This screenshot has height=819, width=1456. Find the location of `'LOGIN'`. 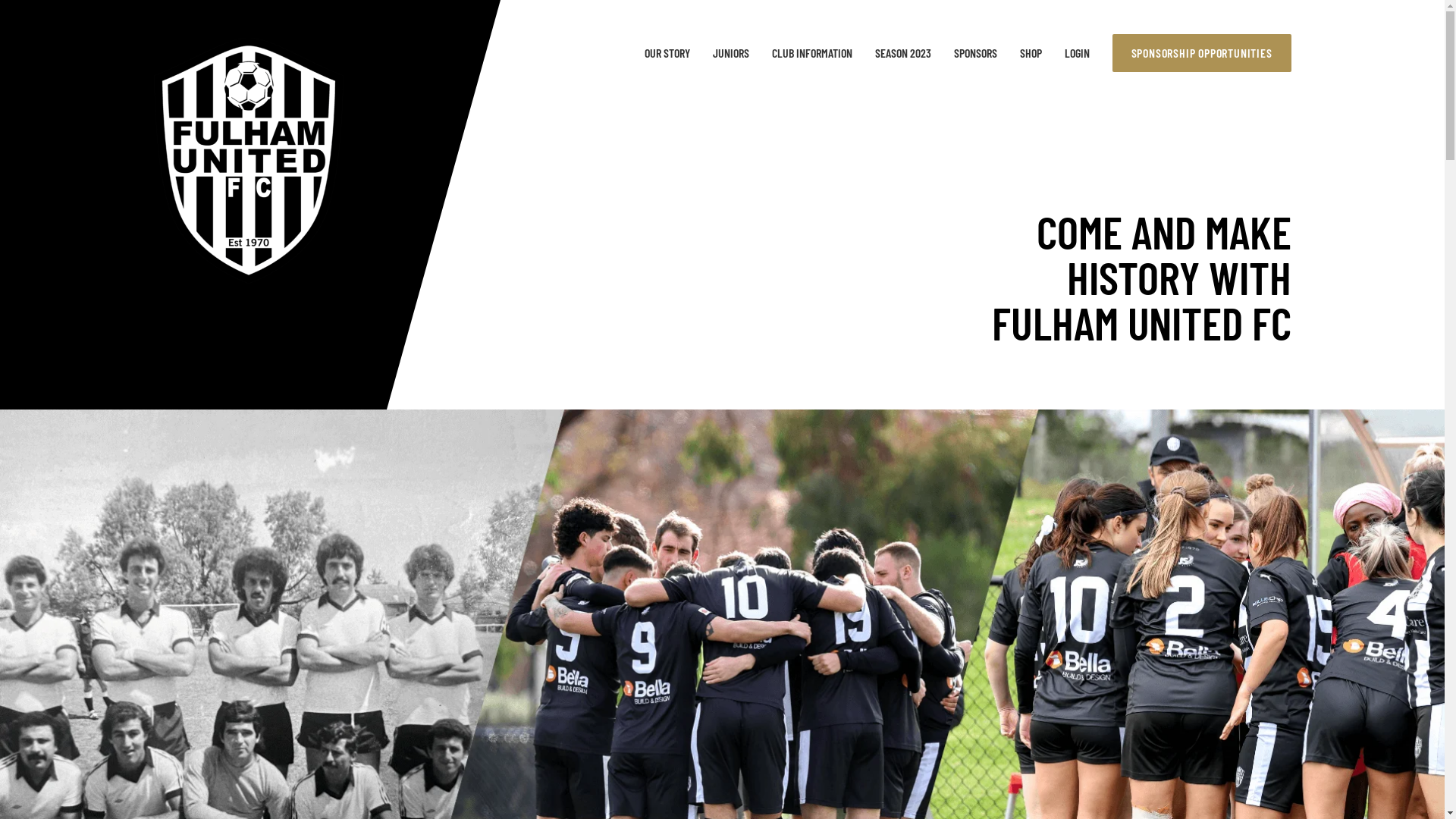

'LOGIN' is located at coordinates (1076, 52).